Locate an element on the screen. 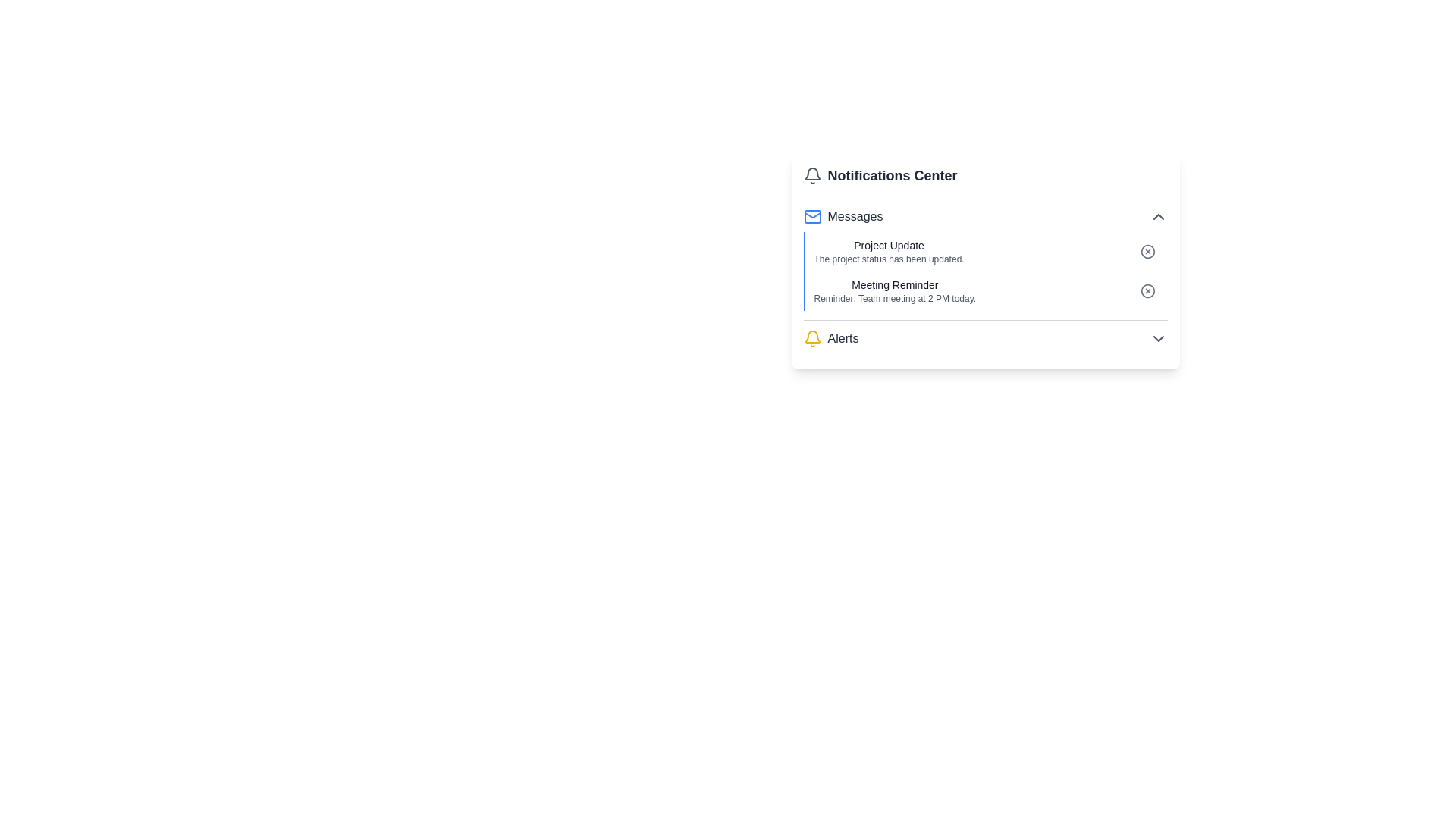 The image size is (1456, 819). the upward-facing chevron icon located at the far right of the 'Messages' header section is located at coordinates (1157, 216).